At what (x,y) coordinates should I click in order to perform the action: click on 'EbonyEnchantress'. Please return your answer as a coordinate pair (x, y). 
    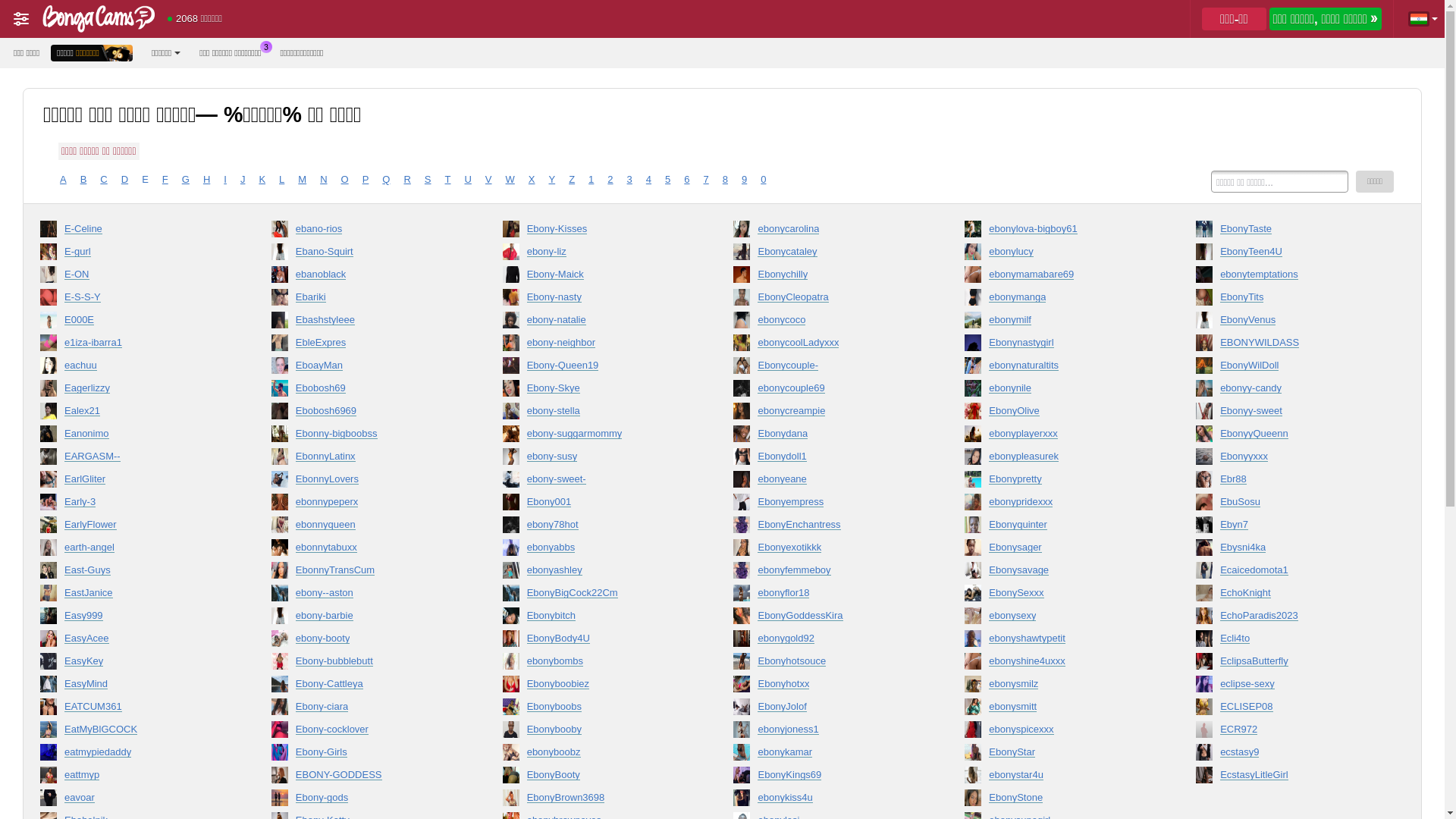
    Looking at the image, I should click on (826, 526).